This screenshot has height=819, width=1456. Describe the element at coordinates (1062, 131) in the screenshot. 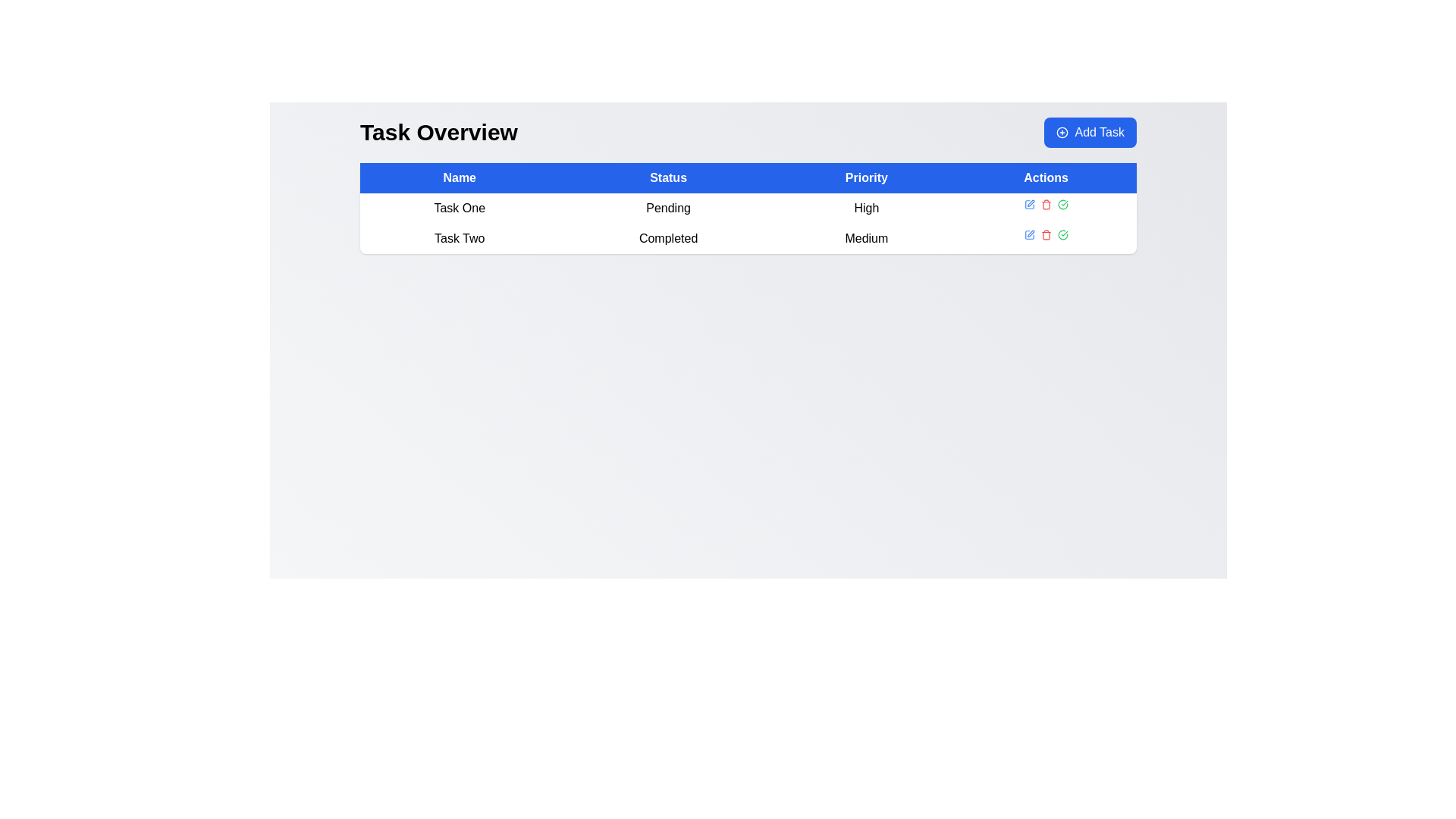

I see `the circular vector graphic element that is part of the 'Add Task' button icon located at the top-right corner of the interface` at that location.